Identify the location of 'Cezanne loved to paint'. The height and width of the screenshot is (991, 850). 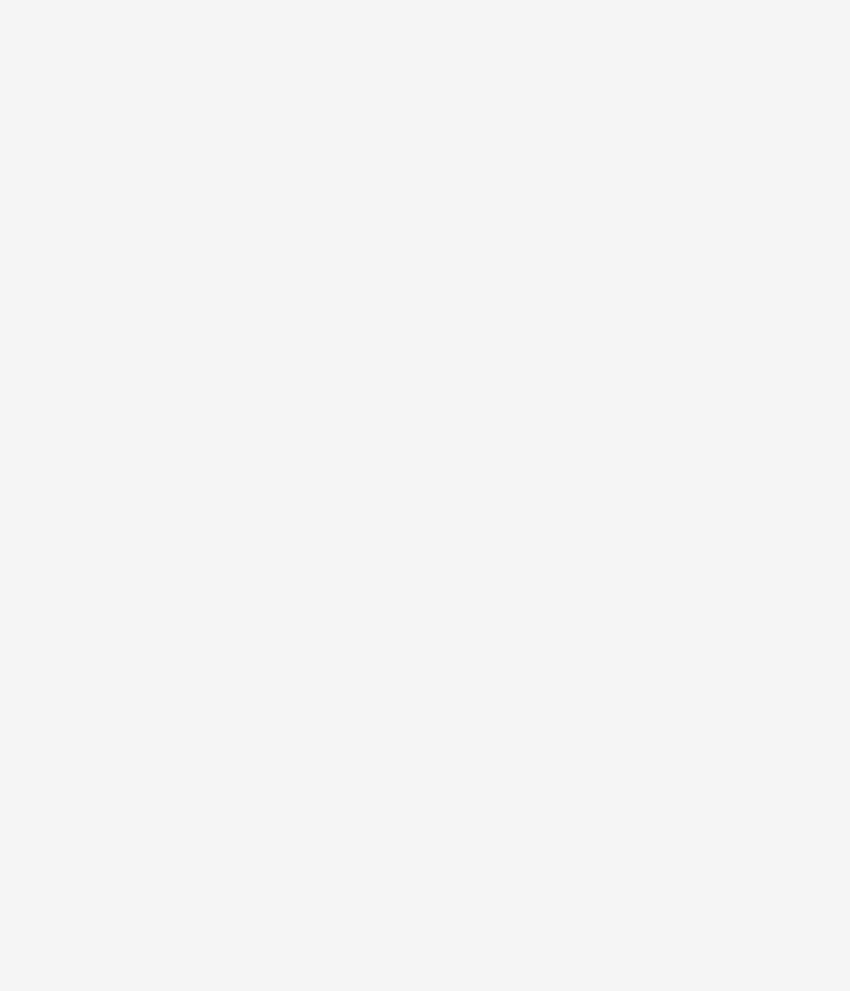
(54, 303).